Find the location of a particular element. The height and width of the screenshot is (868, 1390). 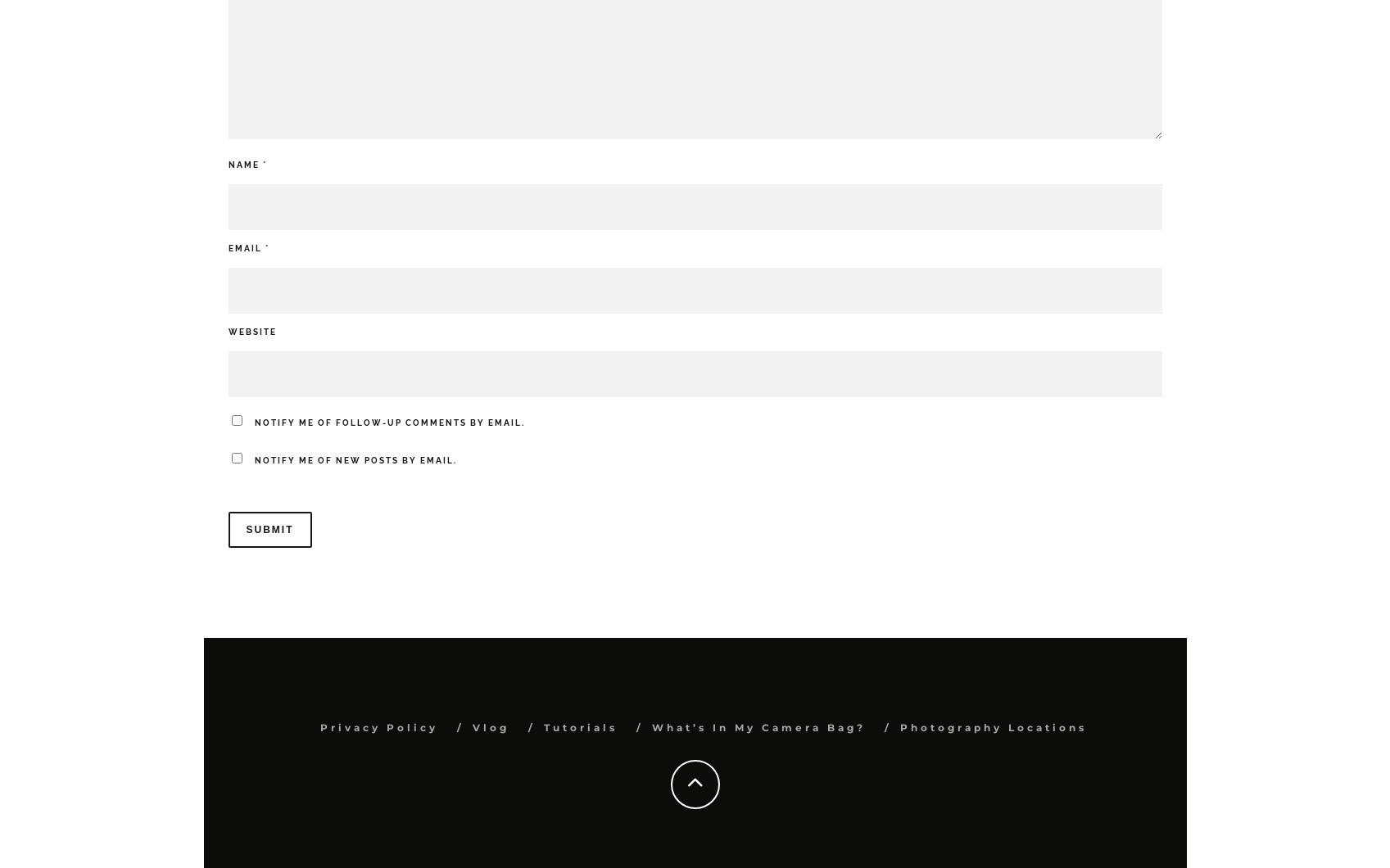

'Notify me of follow-up comments by email.' is located at coordinates (388, 421).